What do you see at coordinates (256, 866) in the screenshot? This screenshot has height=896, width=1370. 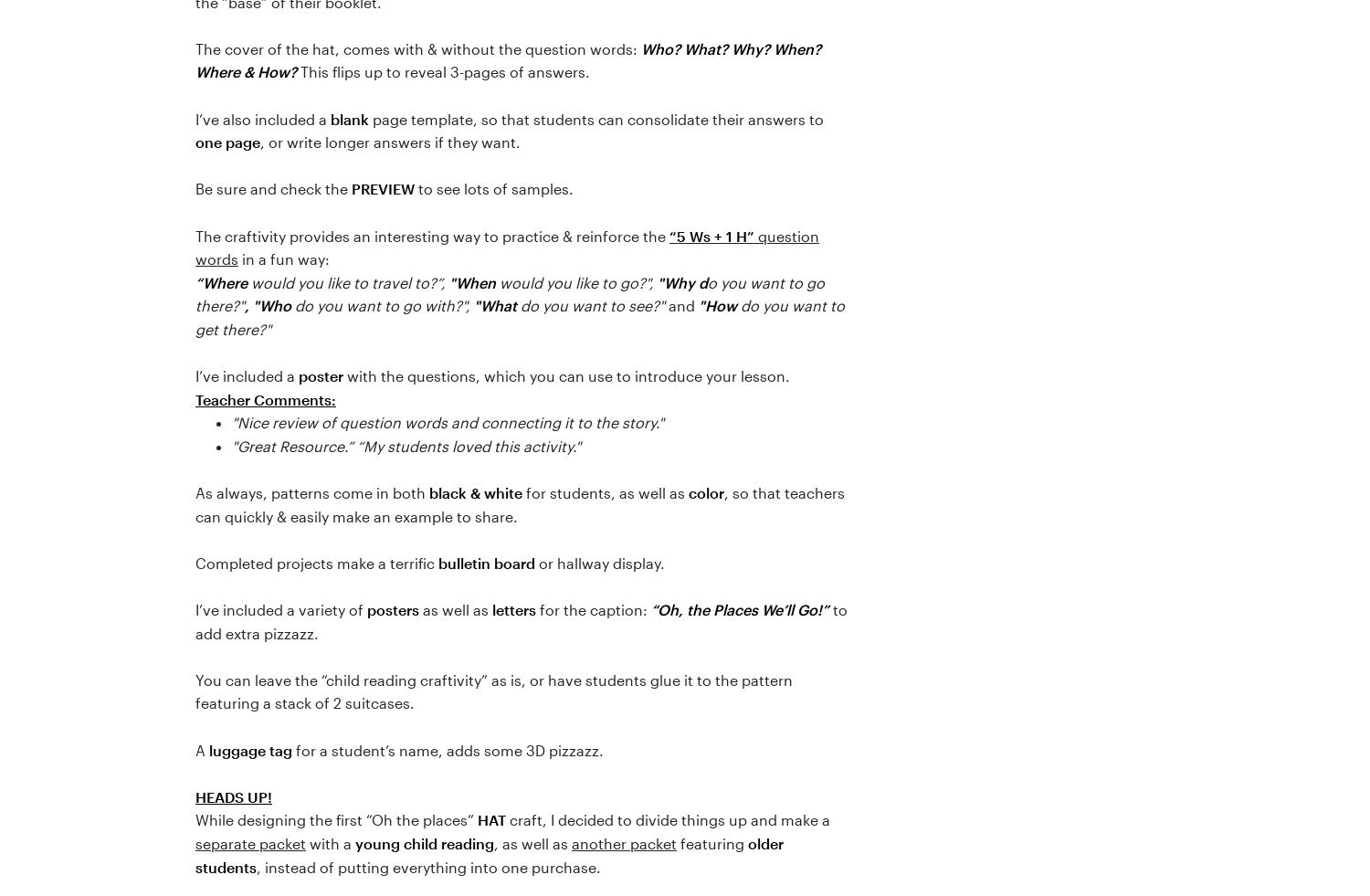 I see `', instead of putting everything into one purchase.'` at bounding box center [256, 866].